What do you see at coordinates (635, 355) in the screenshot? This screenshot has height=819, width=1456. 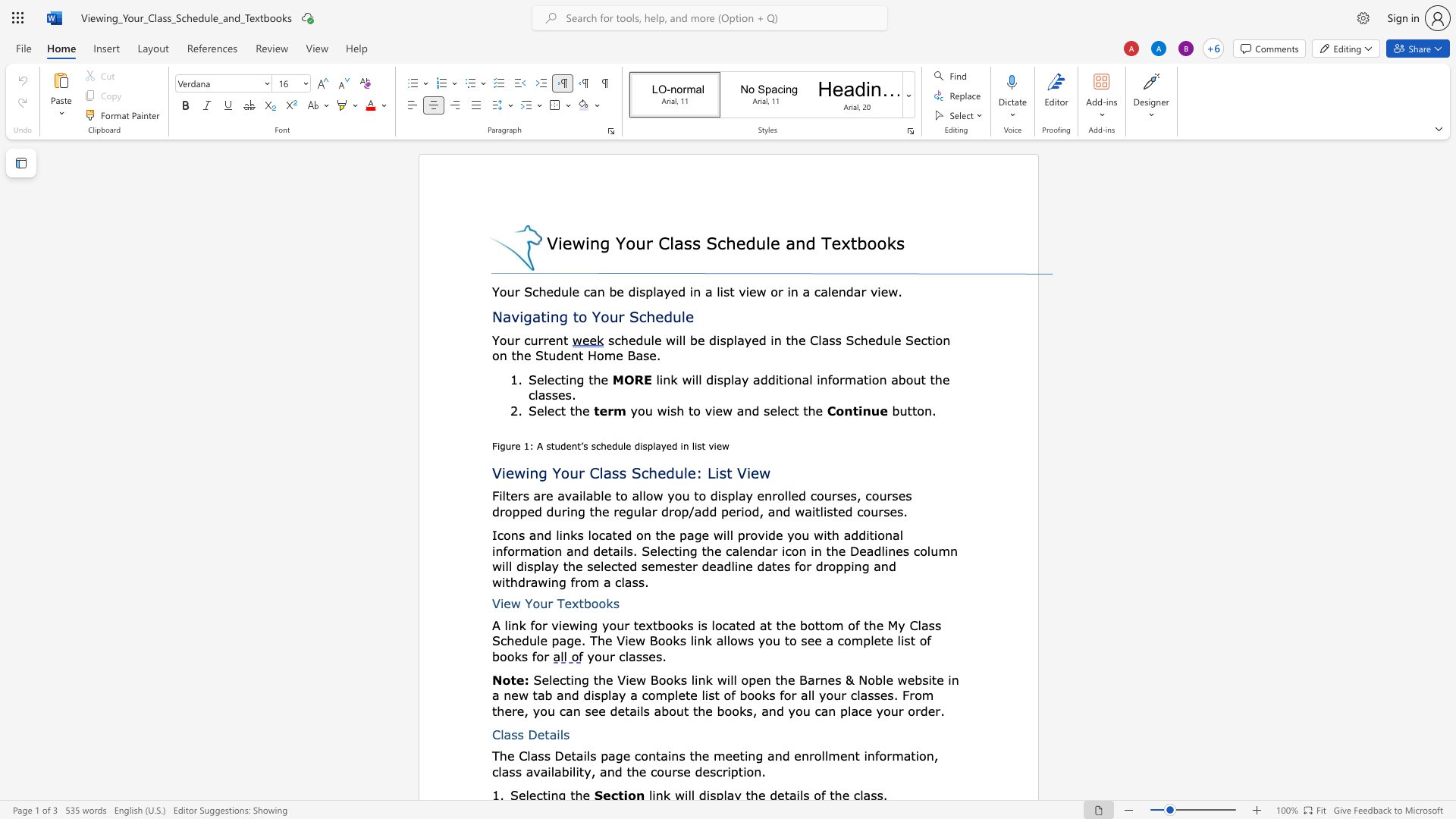 I see `the space between the continuous character "B" and "a" in the text` at bounding box center [635, 355].